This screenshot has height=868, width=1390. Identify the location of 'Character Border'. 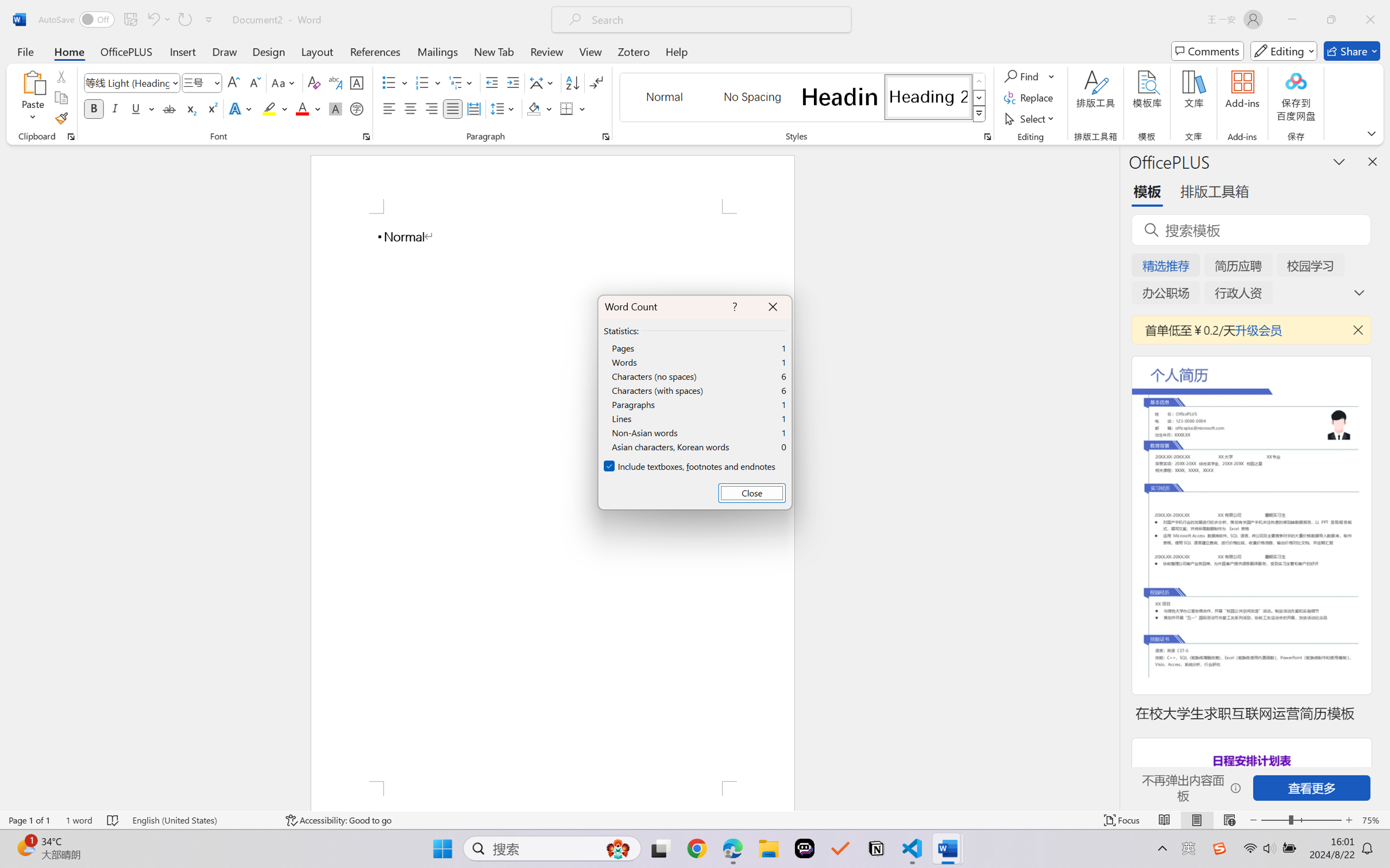
(357, 83).